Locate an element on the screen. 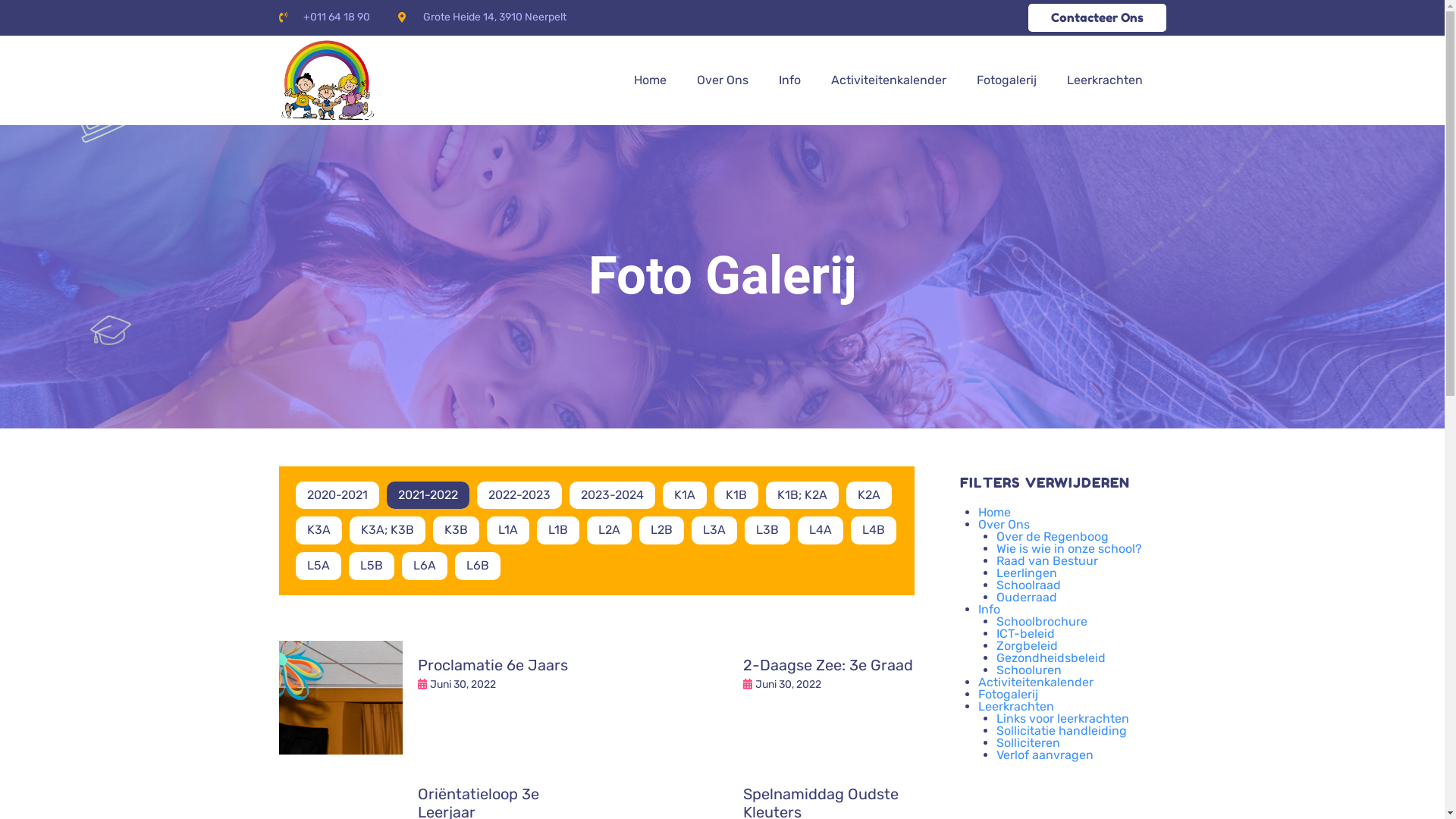  'Schoolbrochure' is located at coordinates (1040, 621).